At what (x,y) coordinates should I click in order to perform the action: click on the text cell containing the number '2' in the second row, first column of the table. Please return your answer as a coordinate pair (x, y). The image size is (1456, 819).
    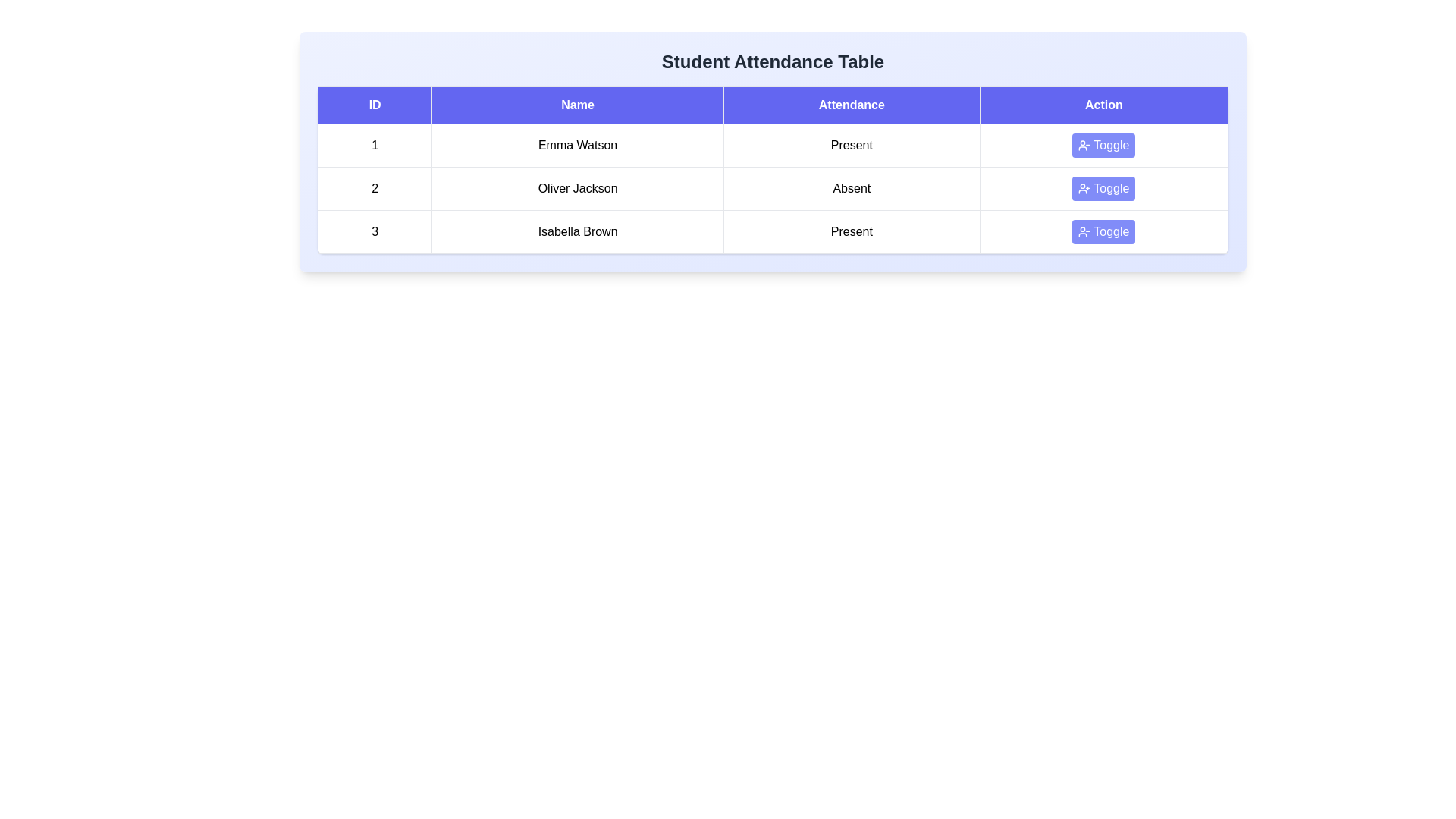
    Looking at the image, I should click on (375, 188).